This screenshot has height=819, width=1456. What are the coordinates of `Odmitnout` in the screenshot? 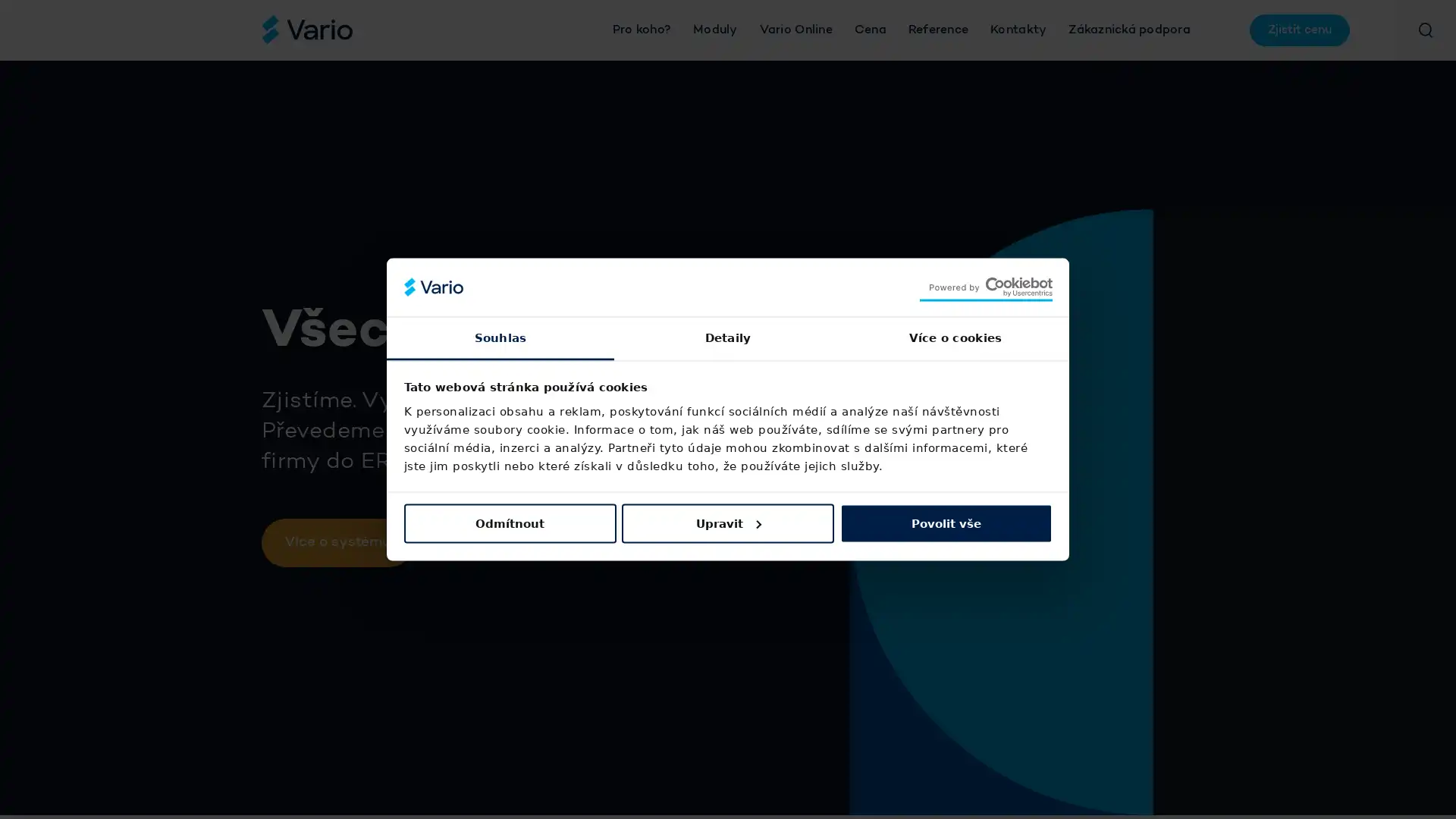 It's located at (510, 522).